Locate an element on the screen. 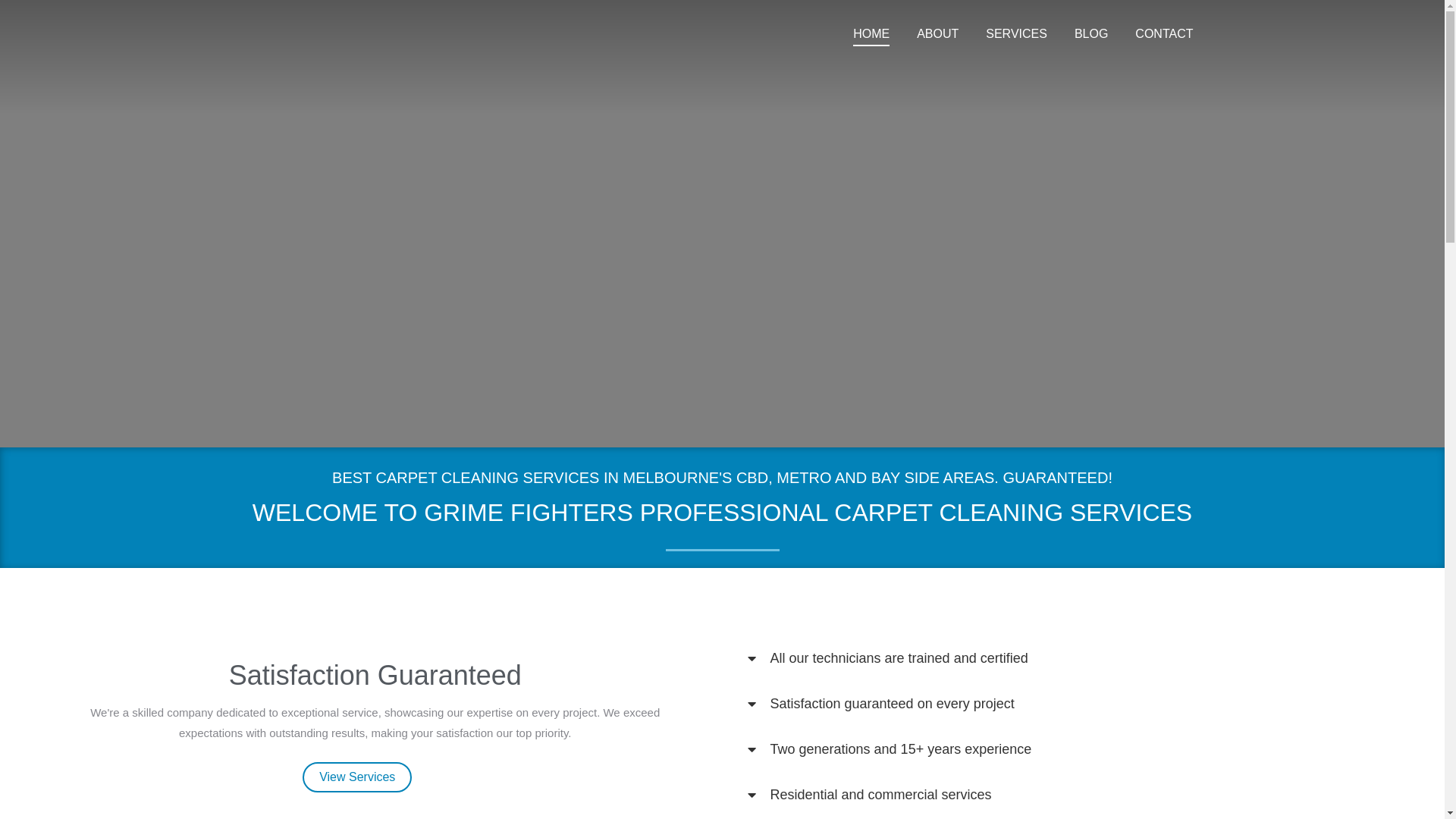 Image resolution: width=1456 pixels, height=819 pixels. 'All our technicians are trained and certified' is located at coordinates (899, 657).